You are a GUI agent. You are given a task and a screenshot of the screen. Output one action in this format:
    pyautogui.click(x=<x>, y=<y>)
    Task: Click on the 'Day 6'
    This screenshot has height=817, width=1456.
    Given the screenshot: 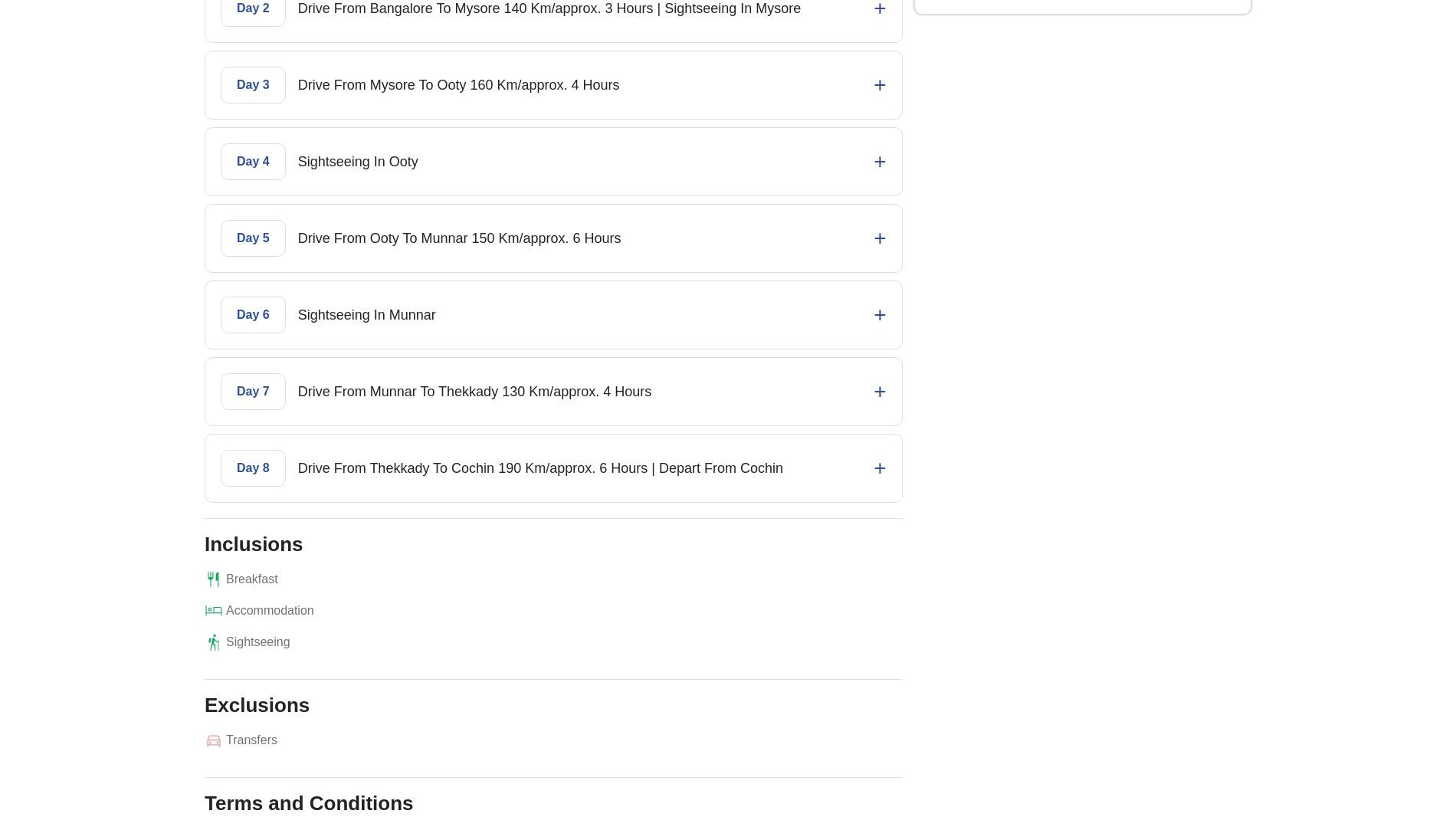 What is the action you would take?
    pyautogui.click(x=252, y=314)
    